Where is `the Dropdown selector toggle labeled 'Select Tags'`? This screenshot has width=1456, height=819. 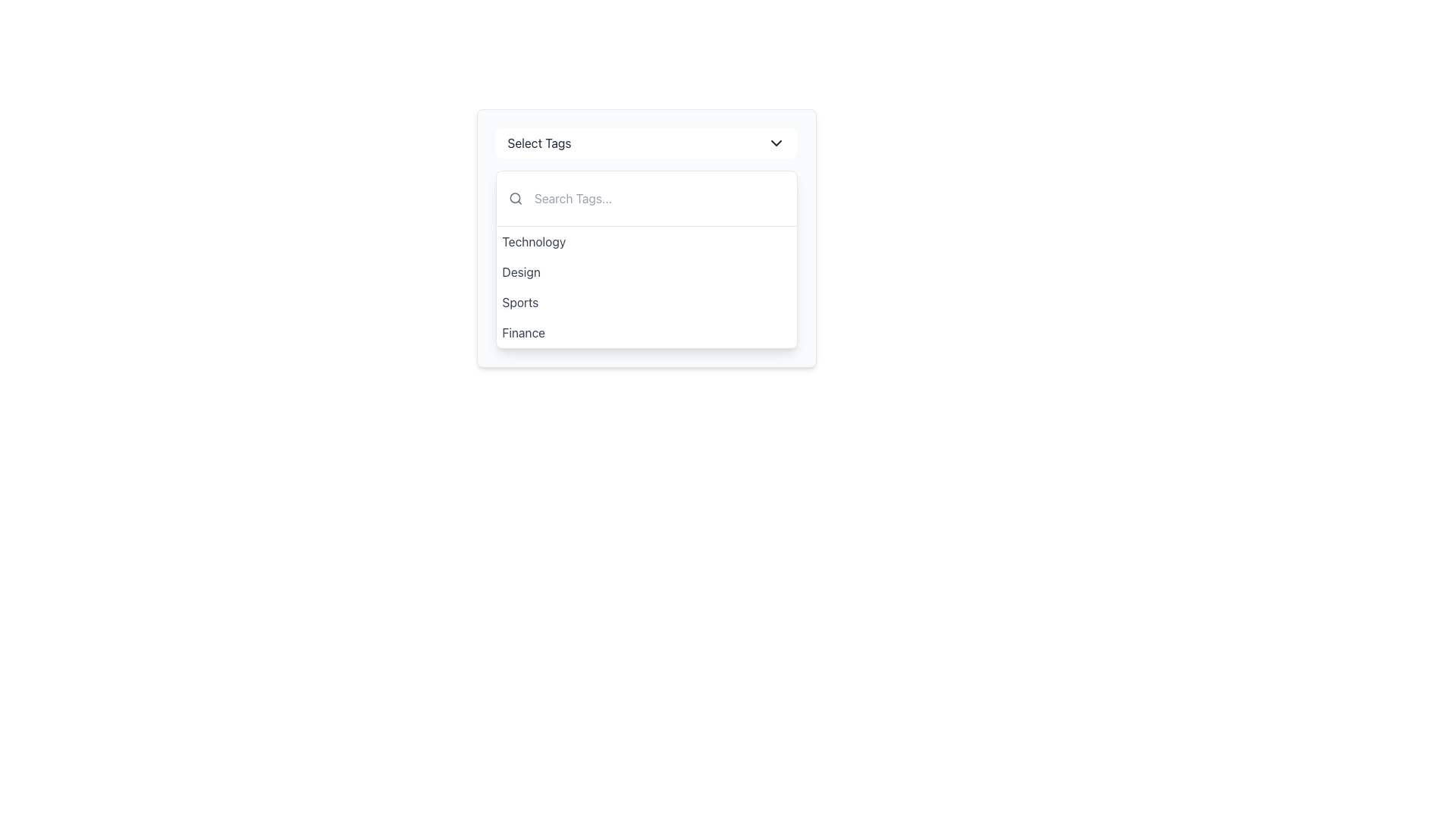
the Dropdown selector toggle labeled 'Select Tags' is located at coordinates (646, 143).